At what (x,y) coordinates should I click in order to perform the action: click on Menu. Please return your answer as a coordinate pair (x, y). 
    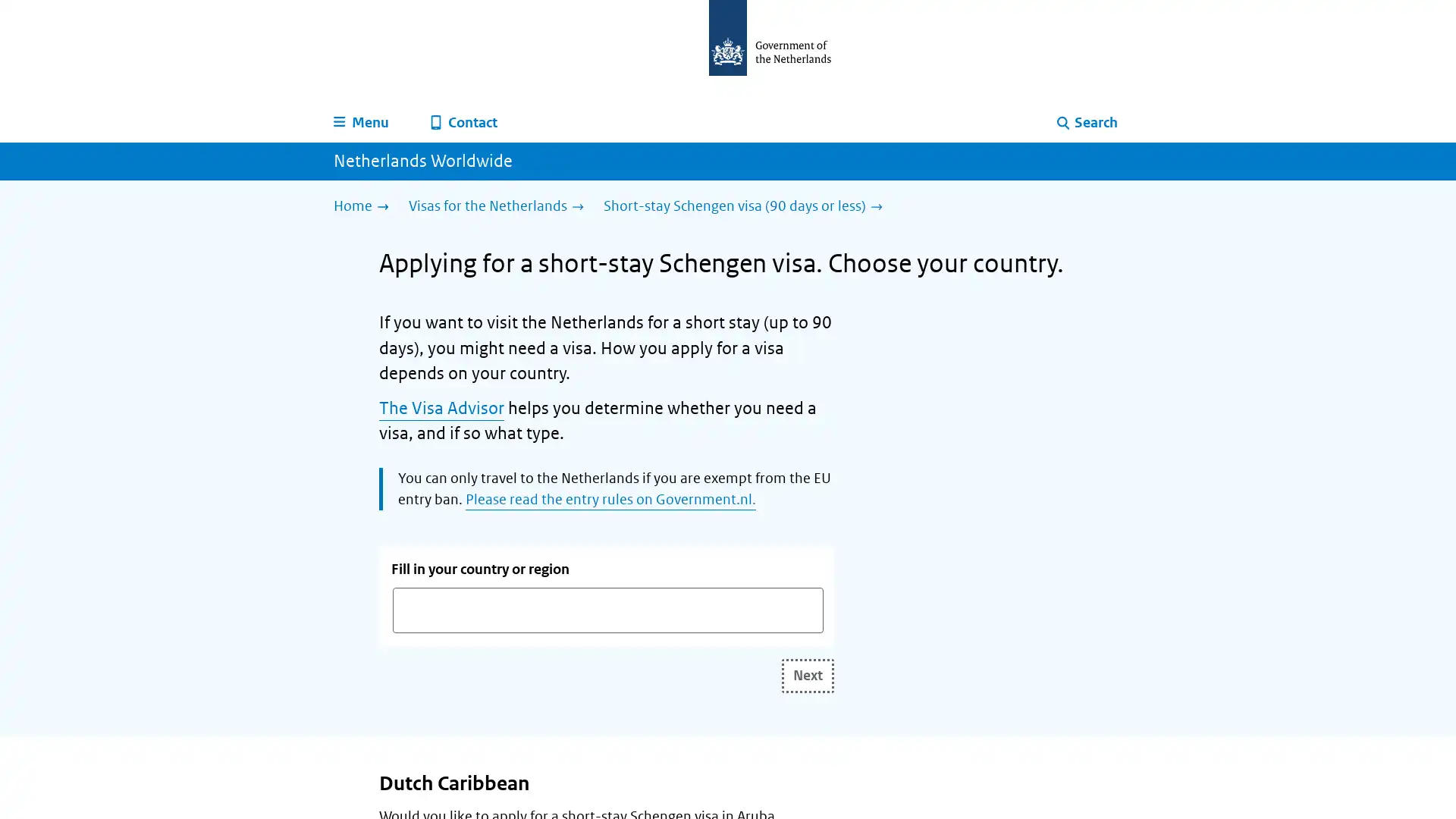
    Looking at the image, I should click on (361, 122).